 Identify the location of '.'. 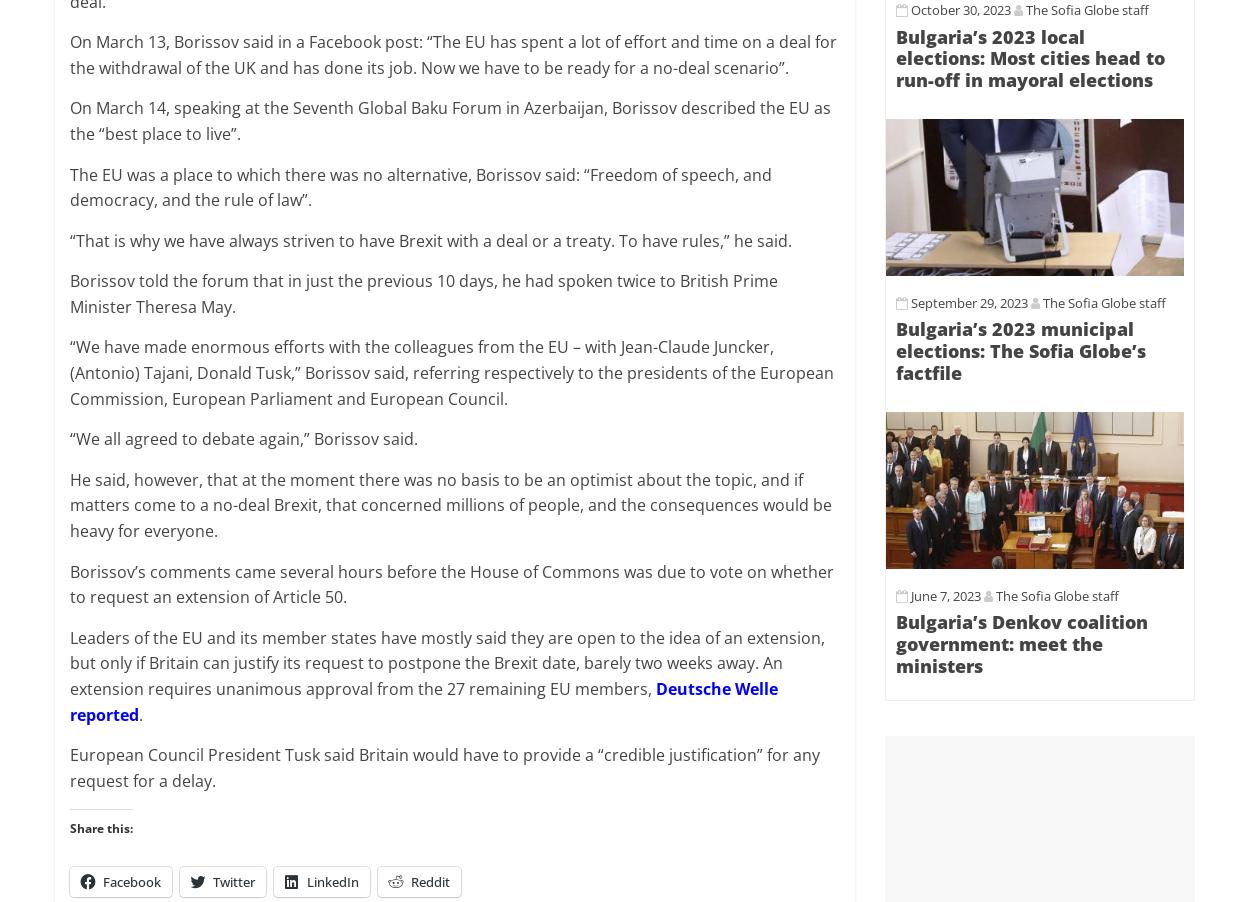
(141, 714).